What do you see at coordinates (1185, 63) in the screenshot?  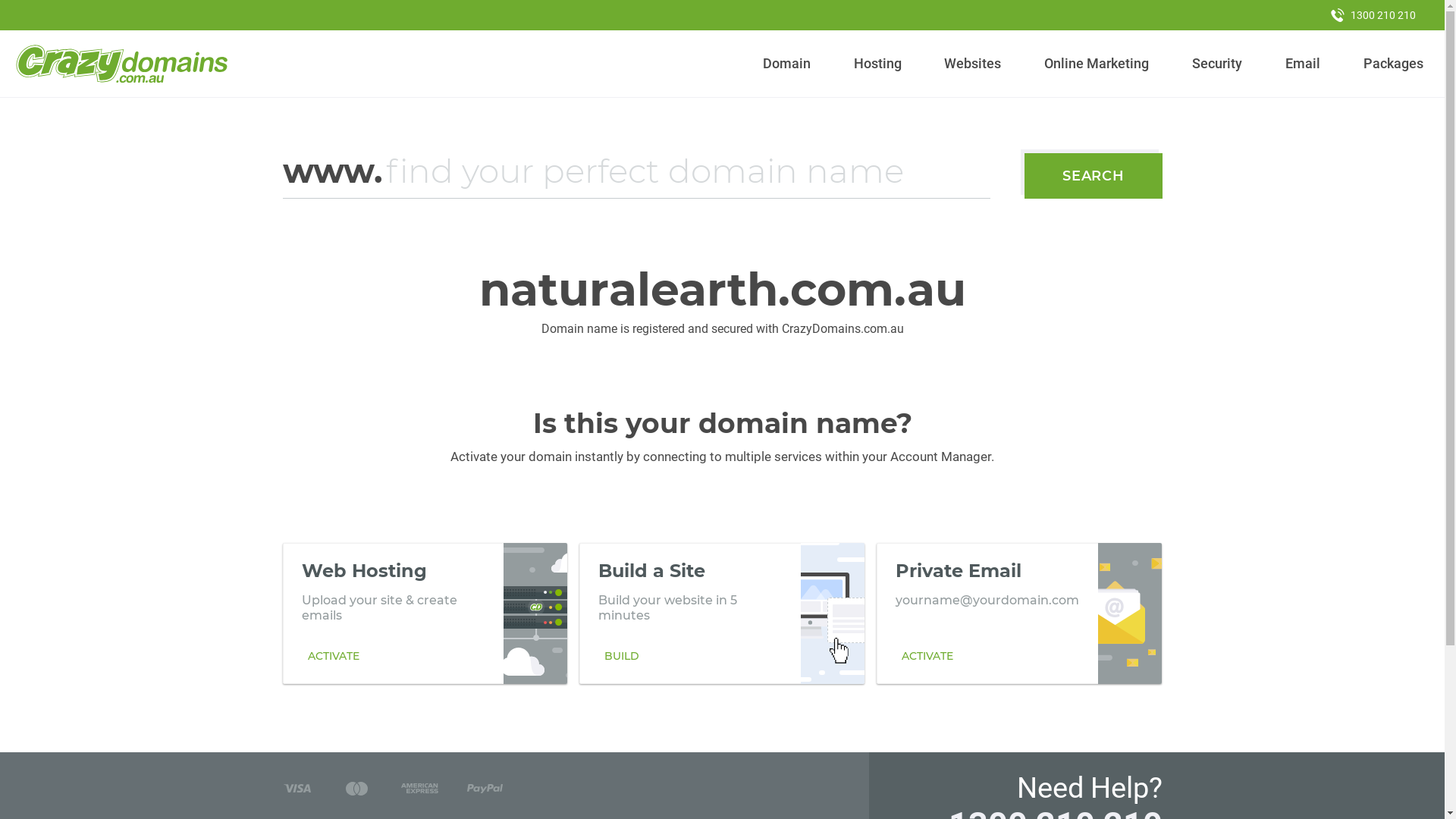 I see `'Security'` at bounding box center [1185, 63].